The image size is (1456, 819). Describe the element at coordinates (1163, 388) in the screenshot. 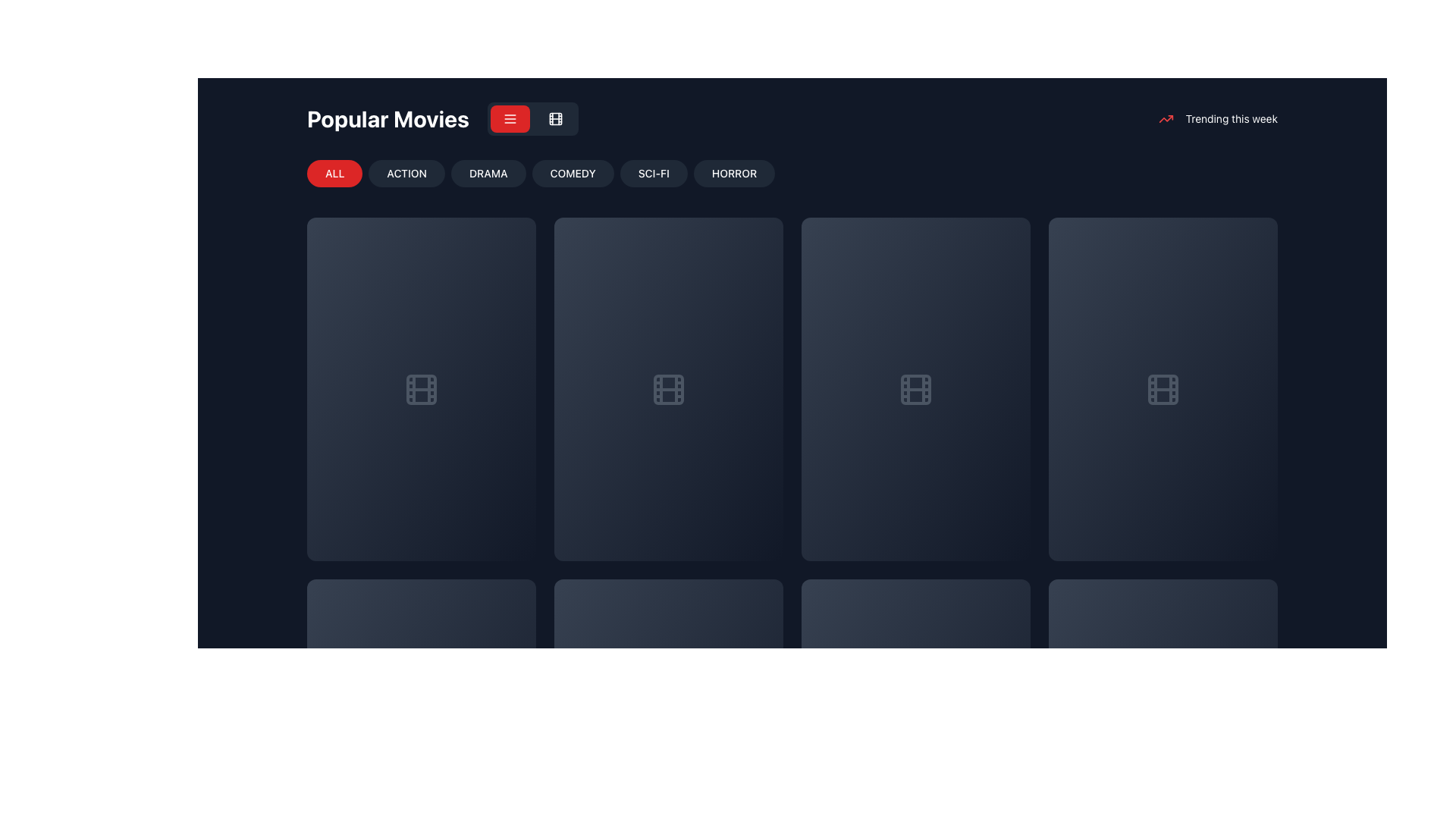

I see `the graphical representation of the film reel icon, which is a vector graphic component located in the third column of the grid` at that location.